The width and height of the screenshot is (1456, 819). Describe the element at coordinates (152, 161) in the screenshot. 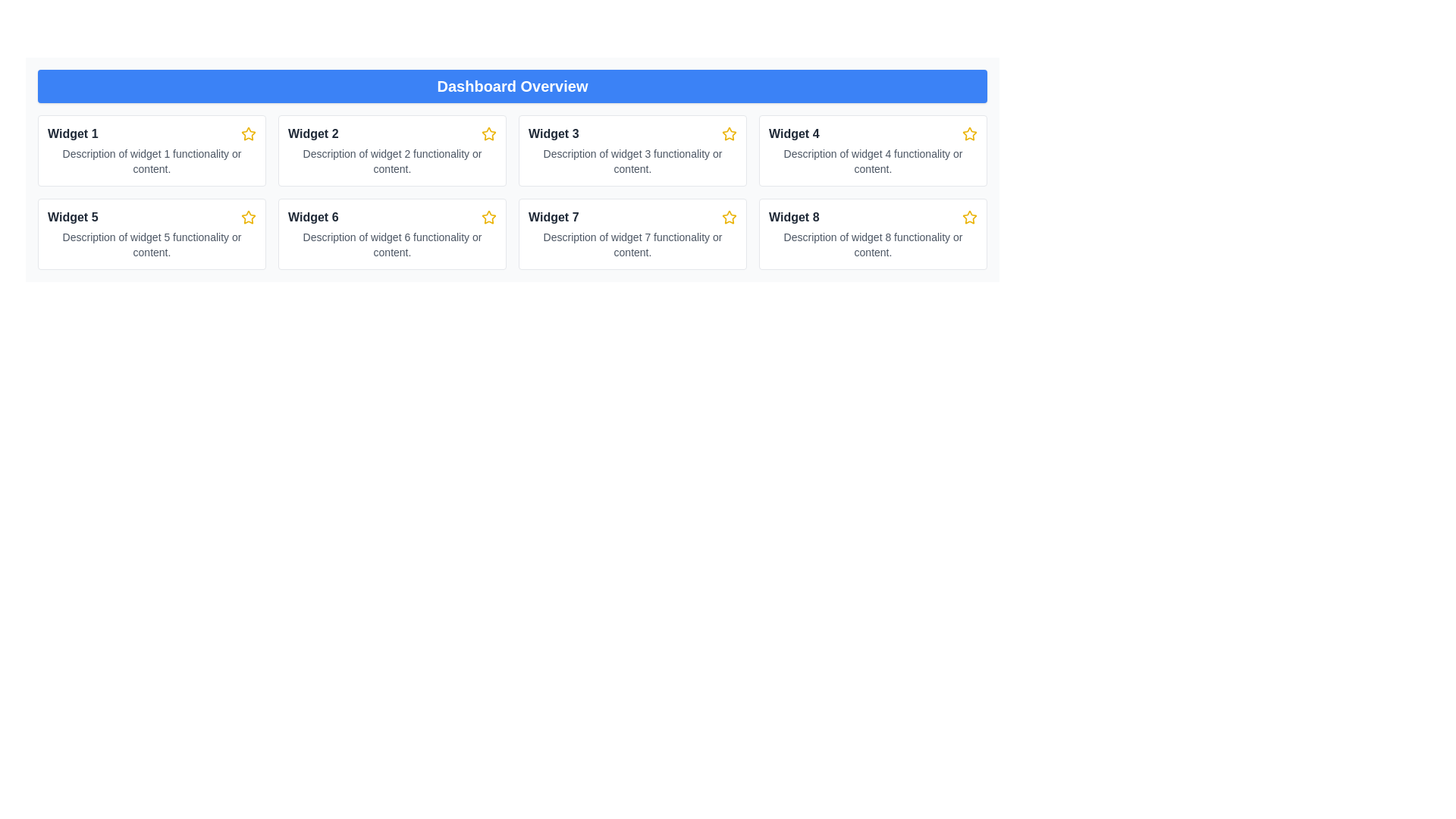

I see `the text label providing a summary of Widget 1's functionality, located underneath the title and star icon in the card labeled 'Widget 1'` at that location.